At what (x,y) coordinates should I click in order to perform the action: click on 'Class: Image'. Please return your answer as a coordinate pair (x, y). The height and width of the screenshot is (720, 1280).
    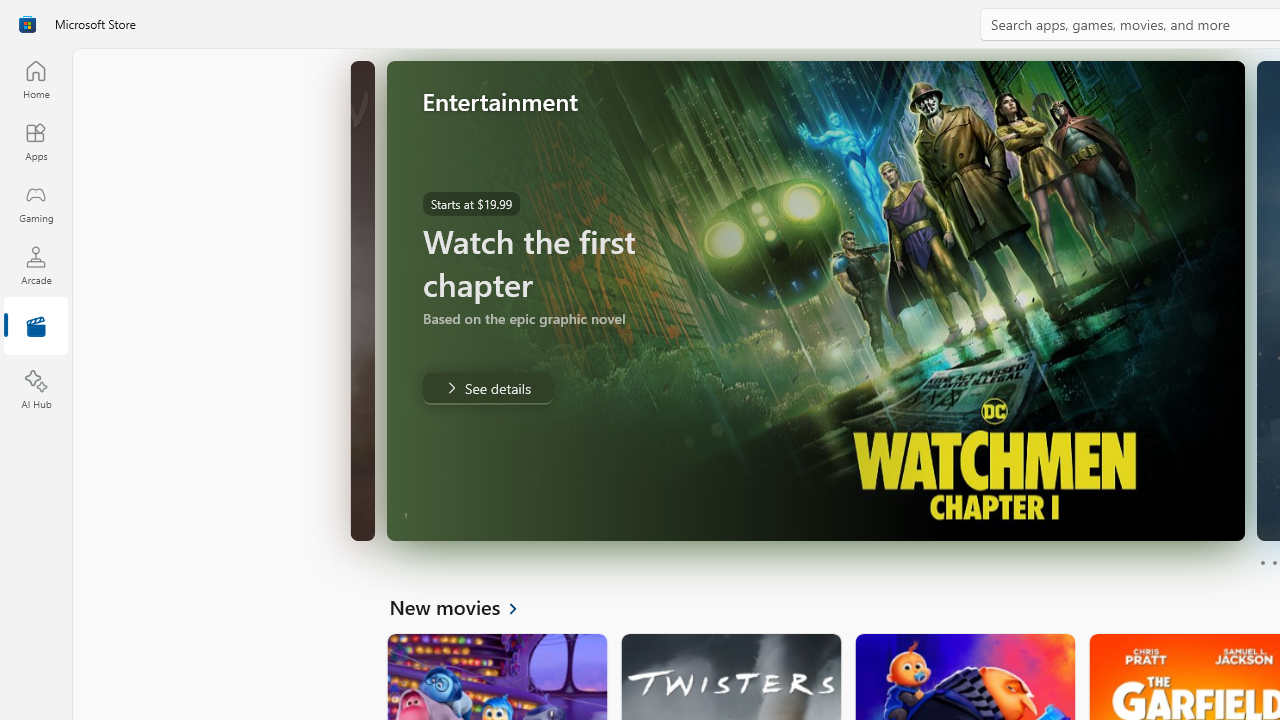
    Looking at the image, I should click on (27, 24).